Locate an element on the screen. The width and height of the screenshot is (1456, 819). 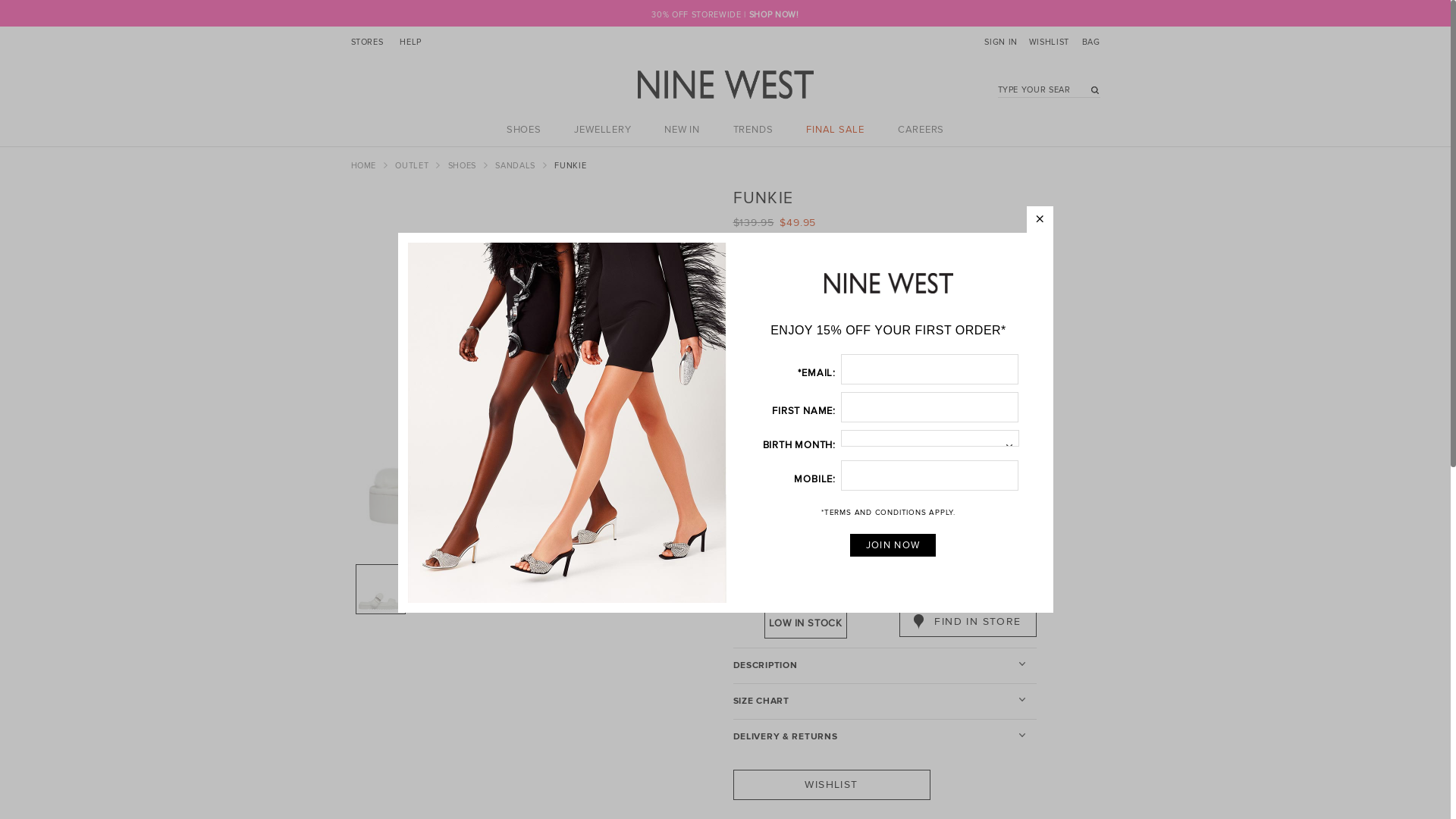
'Nine West Australia' is located at coordinates (637, 84).